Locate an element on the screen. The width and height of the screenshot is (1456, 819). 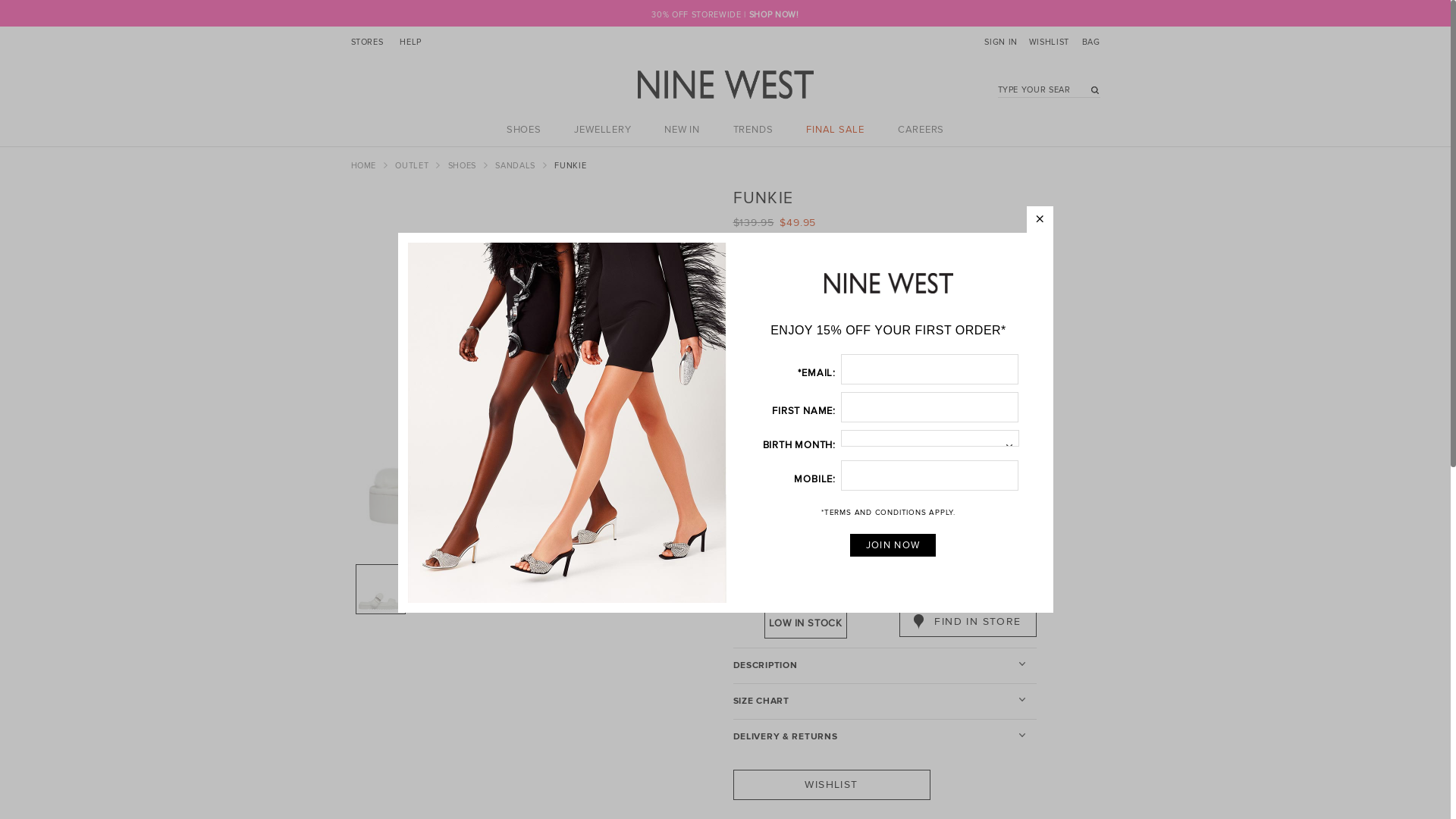
'Nine West Australia' is located at coordinates (637, 84).